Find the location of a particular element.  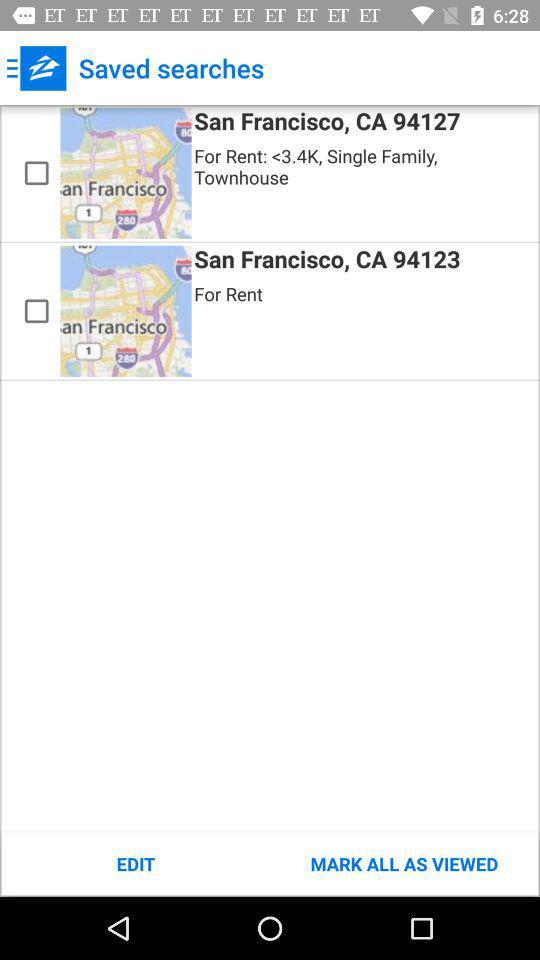

the icon next to edit icon is located at coordinates (404, 863).